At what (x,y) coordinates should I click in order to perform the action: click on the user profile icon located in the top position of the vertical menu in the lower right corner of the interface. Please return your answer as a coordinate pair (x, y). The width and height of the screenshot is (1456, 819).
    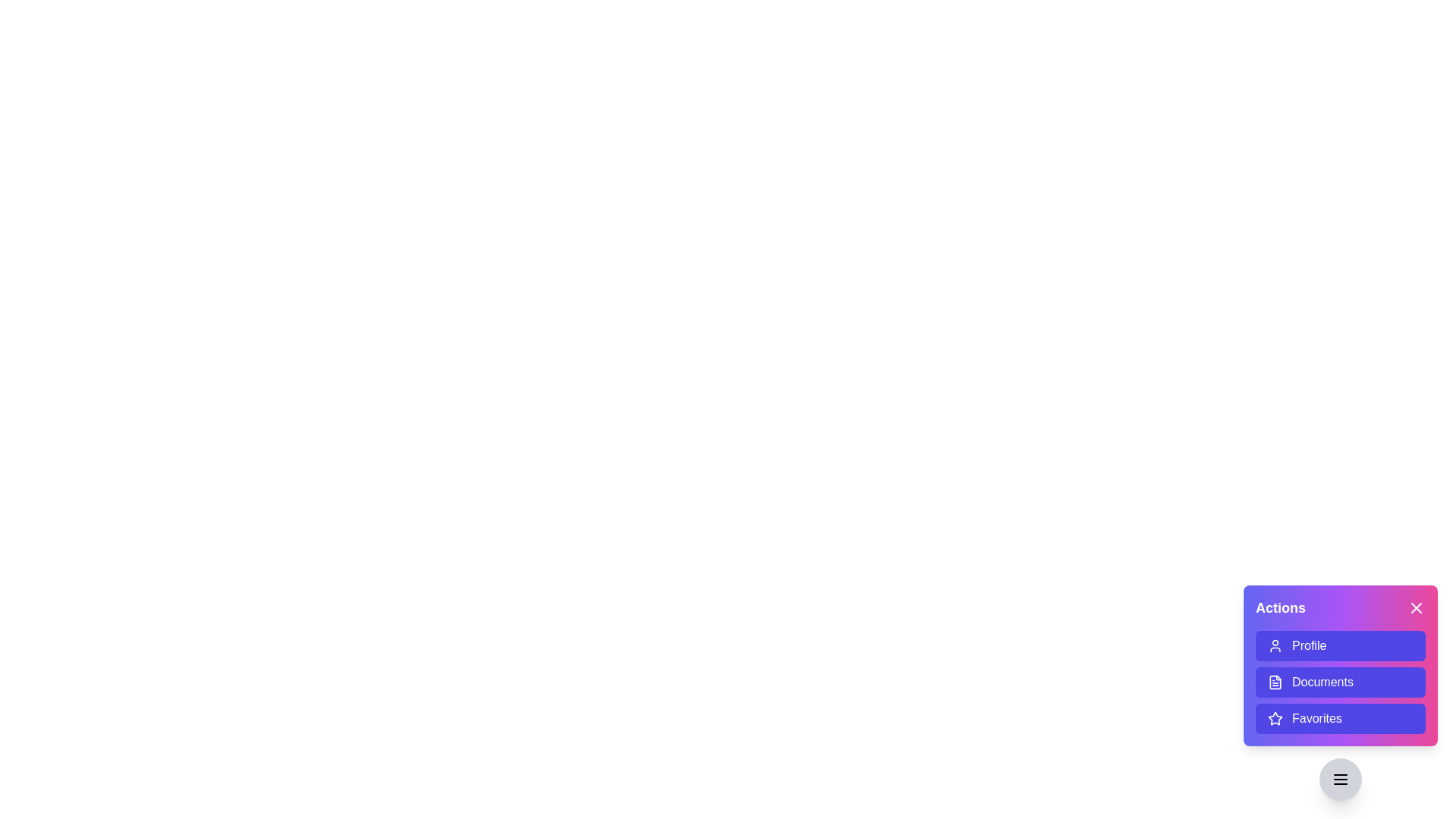
    Looking at the image, I should click on (1274, 646).